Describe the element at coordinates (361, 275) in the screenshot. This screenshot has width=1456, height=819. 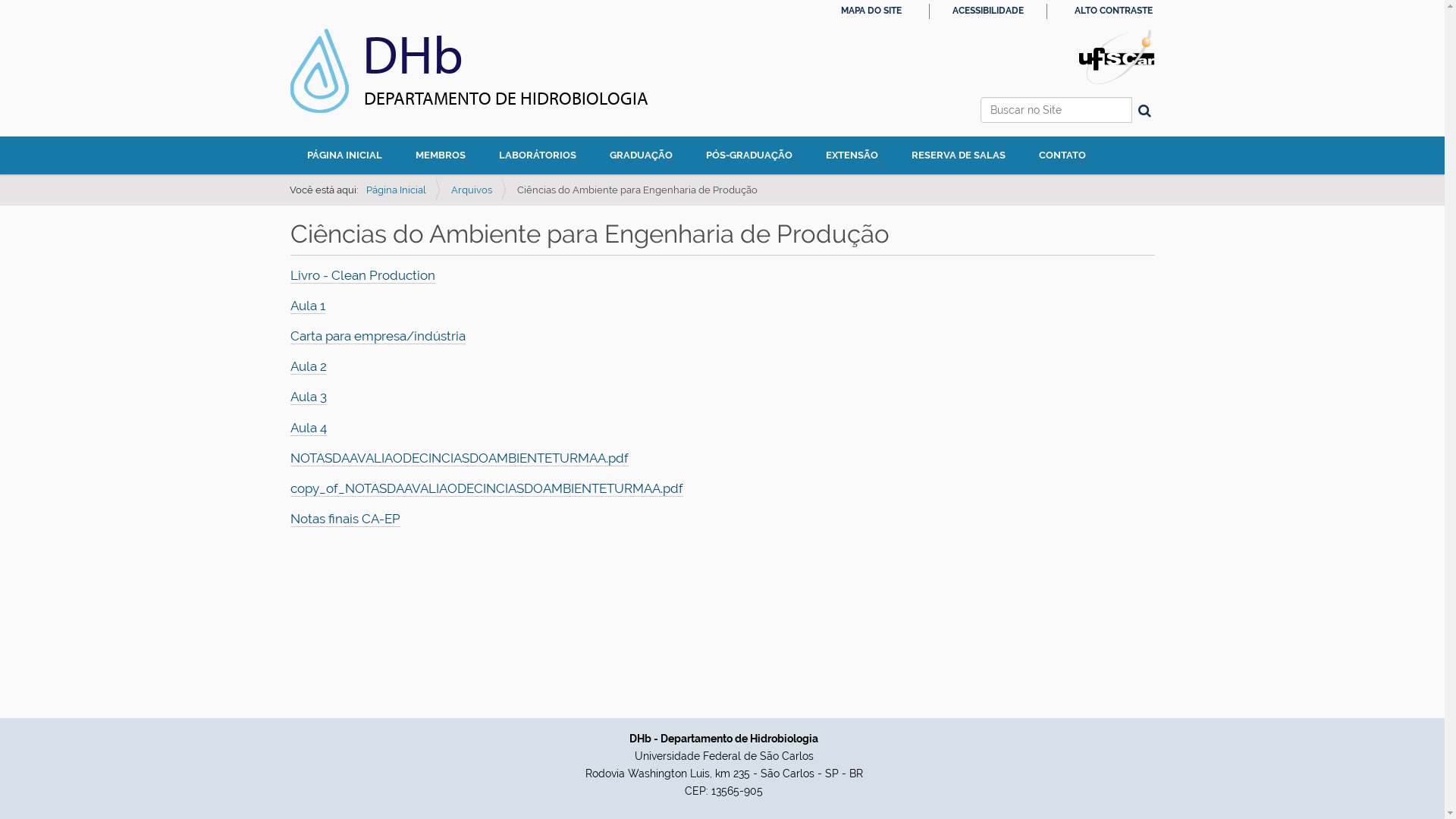
I see `'Livro - Clean Production'` at that location.